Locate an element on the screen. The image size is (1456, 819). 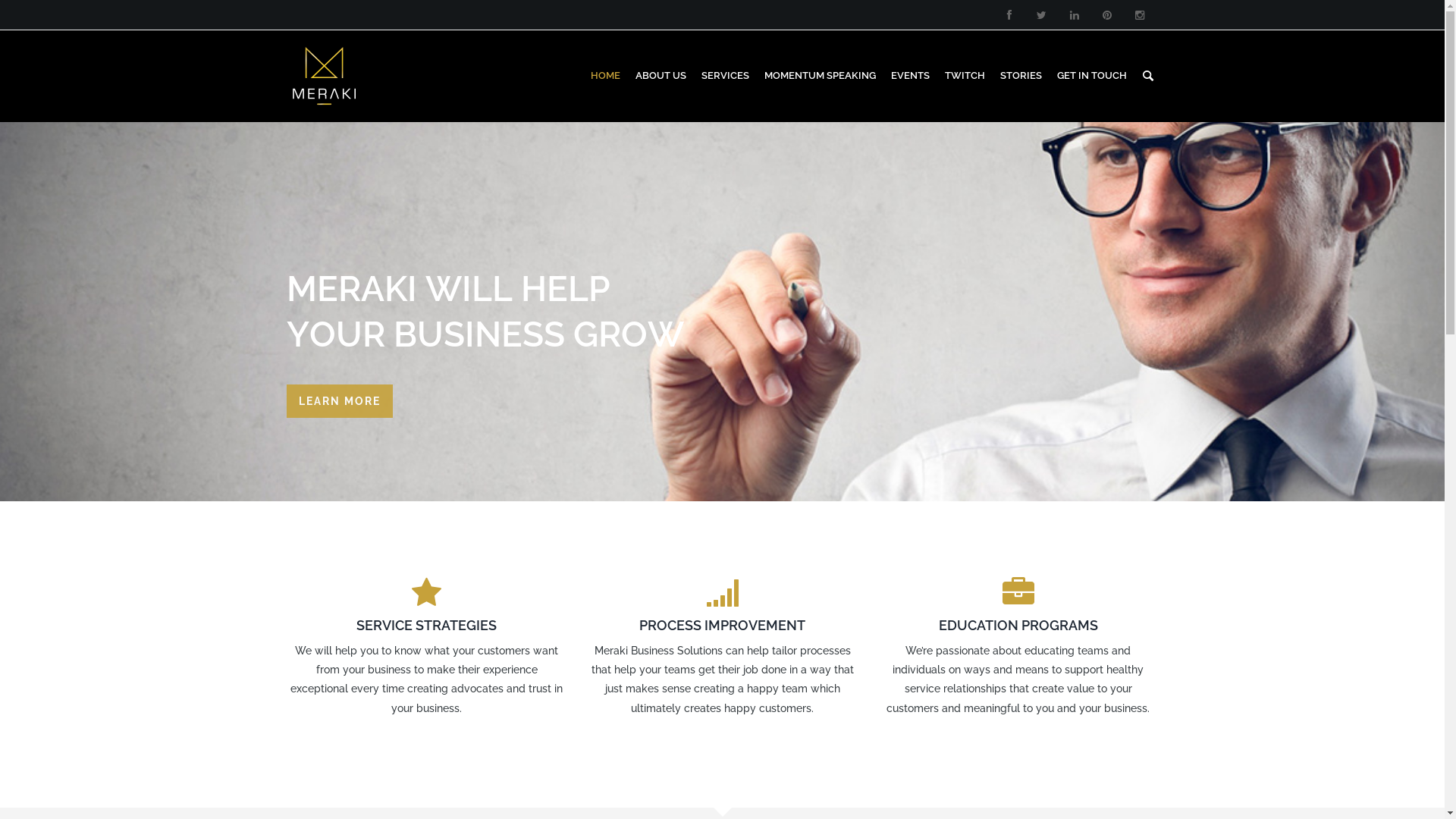
'TWITCH' is located at coordinates (964, 76).